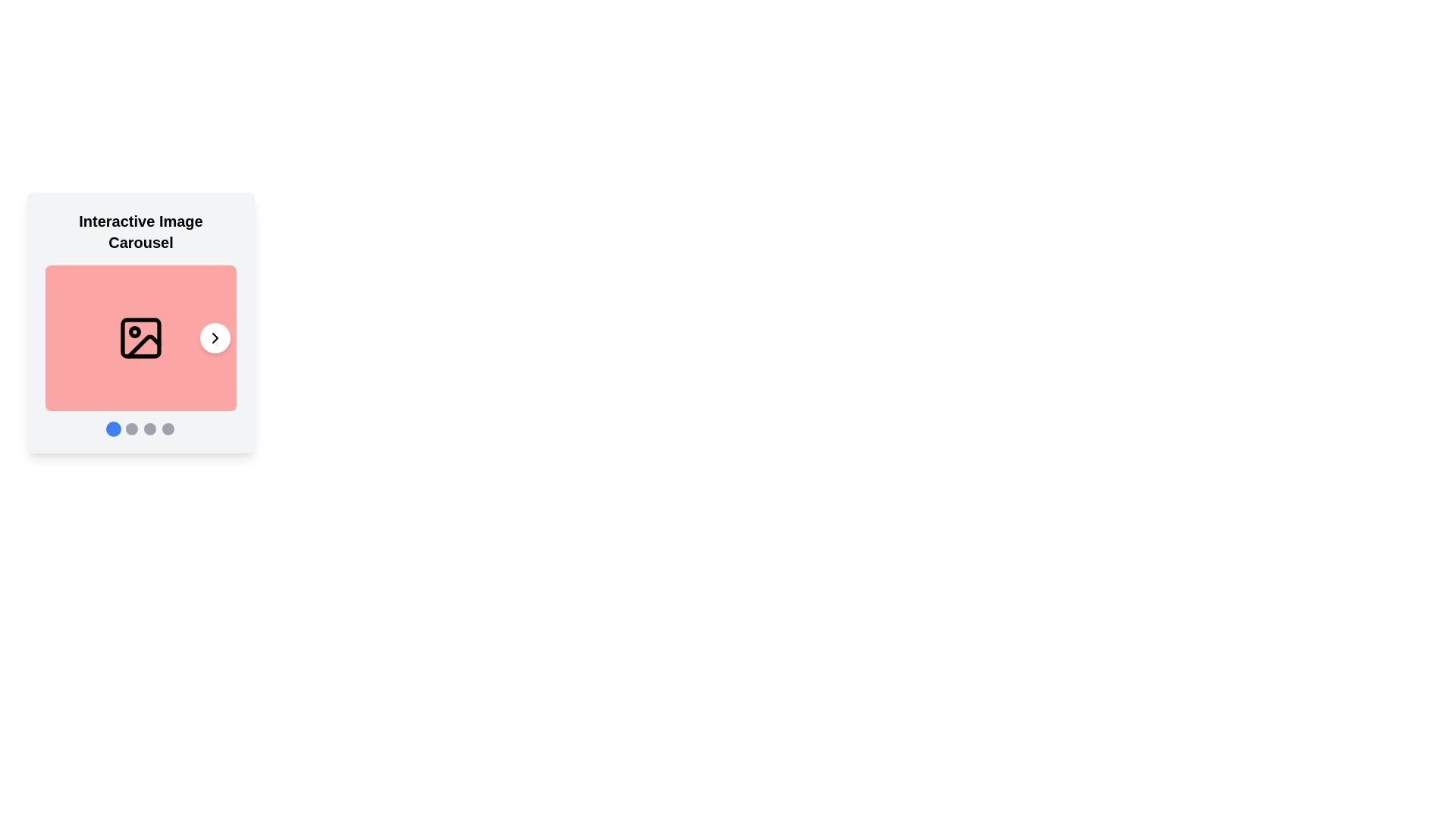  I want to click on the right arrow chevron icon within the button in the image carousel for visual feedback, so click(214, 337).